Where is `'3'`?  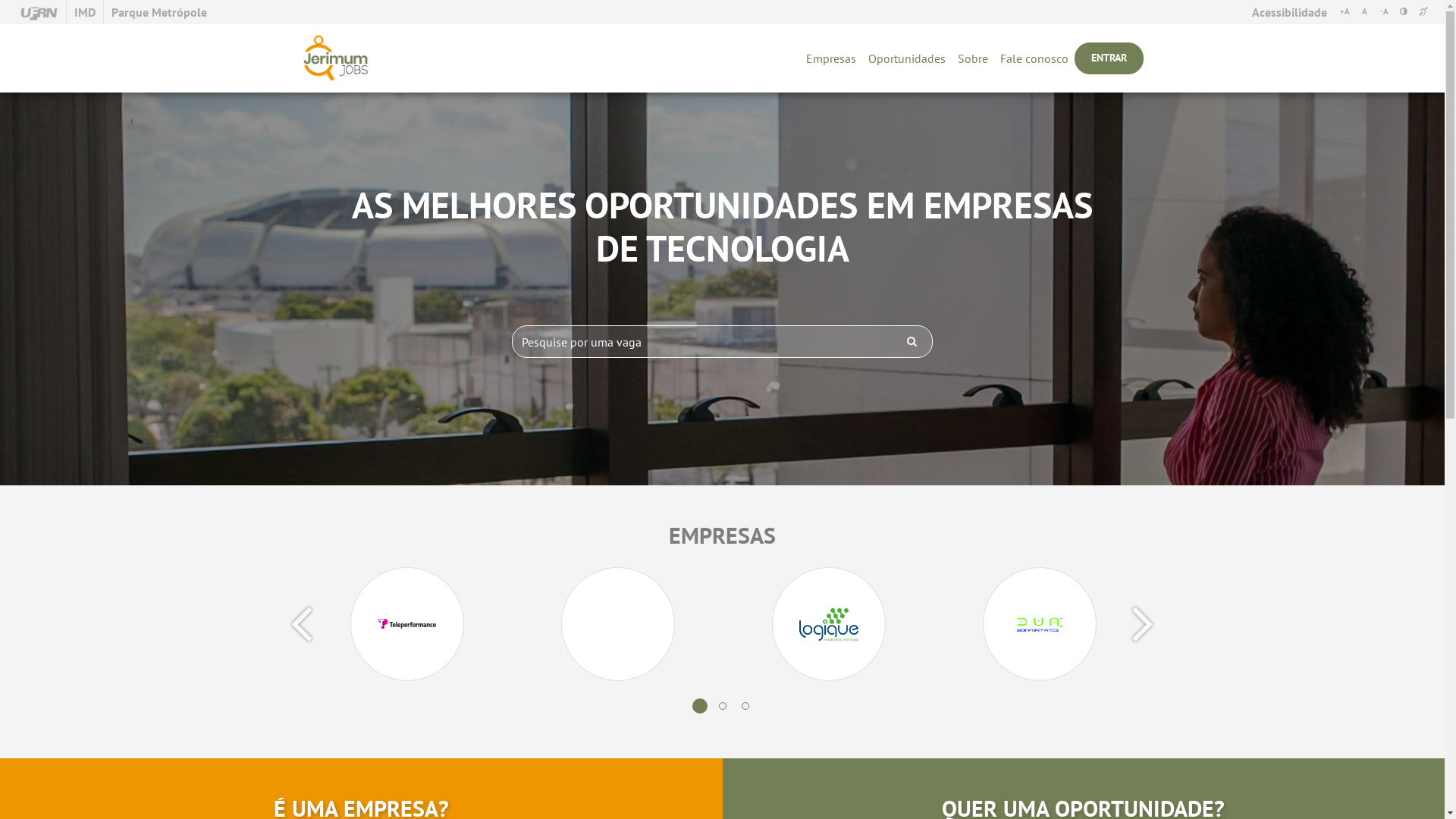
'3' is located at coordinates (741, 701).